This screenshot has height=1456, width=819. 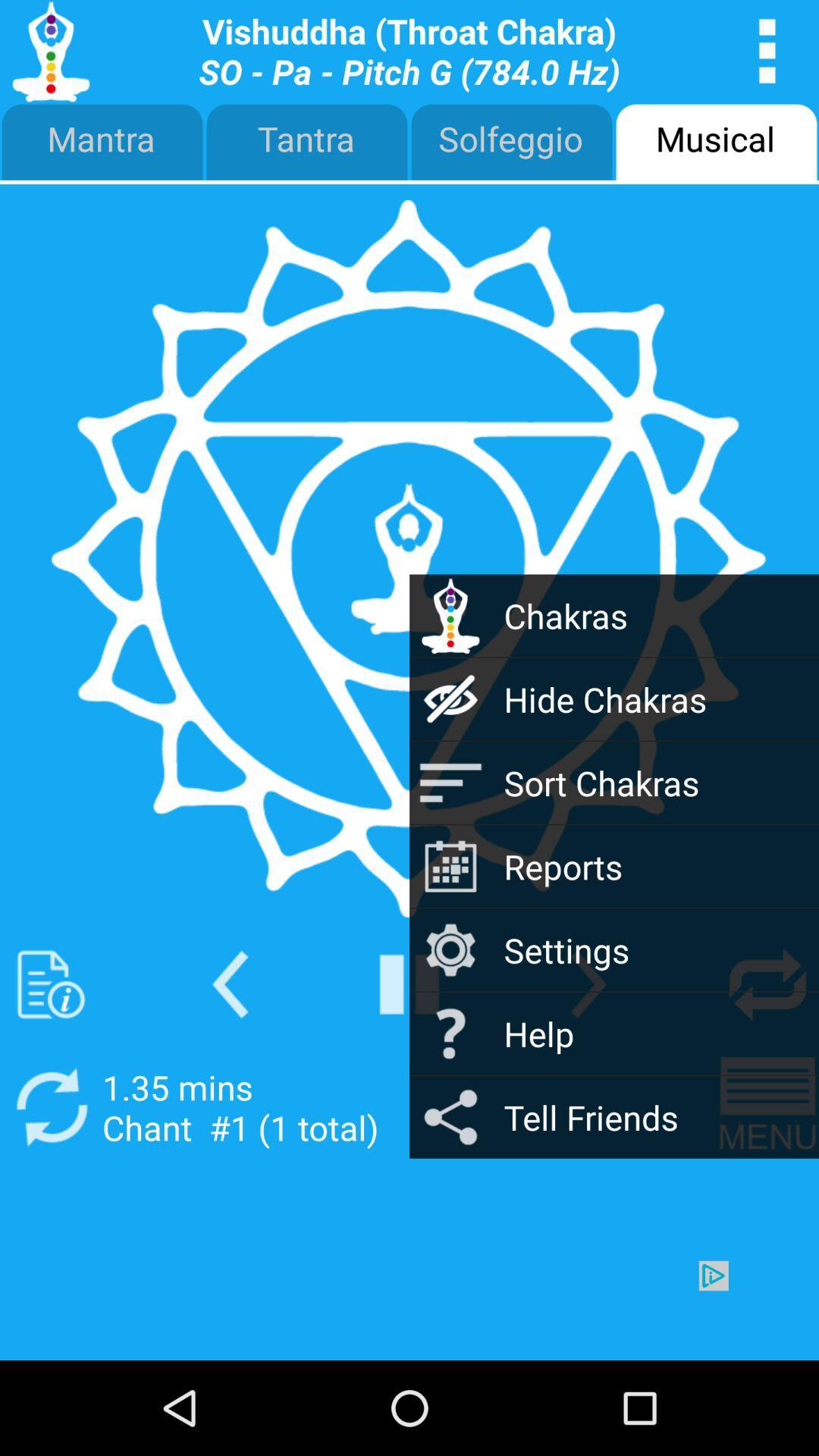 I want to click on information, so click(x=50, y=984).